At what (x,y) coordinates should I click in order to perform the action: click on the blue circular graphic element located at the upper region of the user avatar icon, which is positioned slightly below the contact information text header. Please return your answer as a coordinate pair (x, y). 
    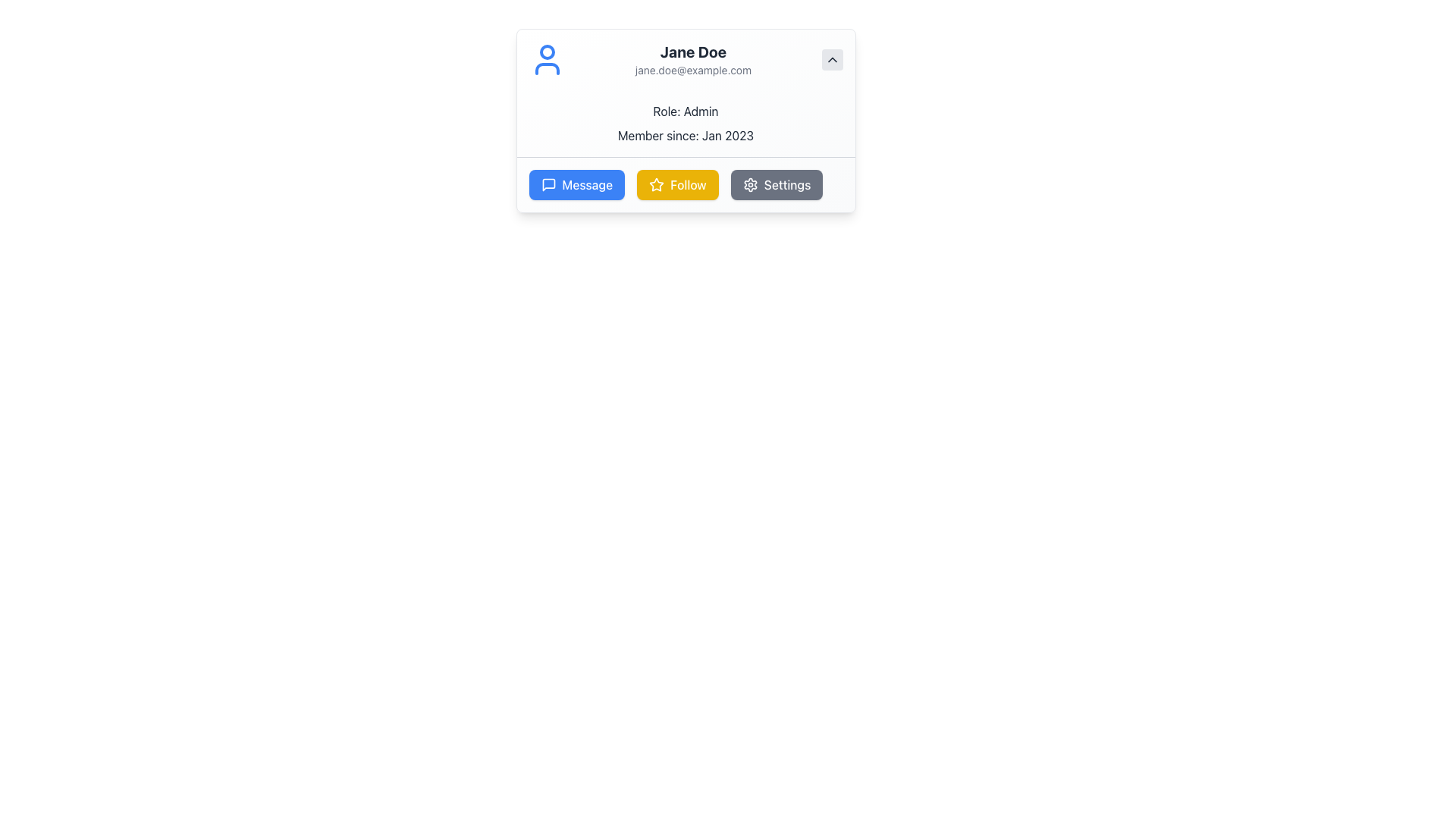
    Looking at the image, I should click on (546, 52).